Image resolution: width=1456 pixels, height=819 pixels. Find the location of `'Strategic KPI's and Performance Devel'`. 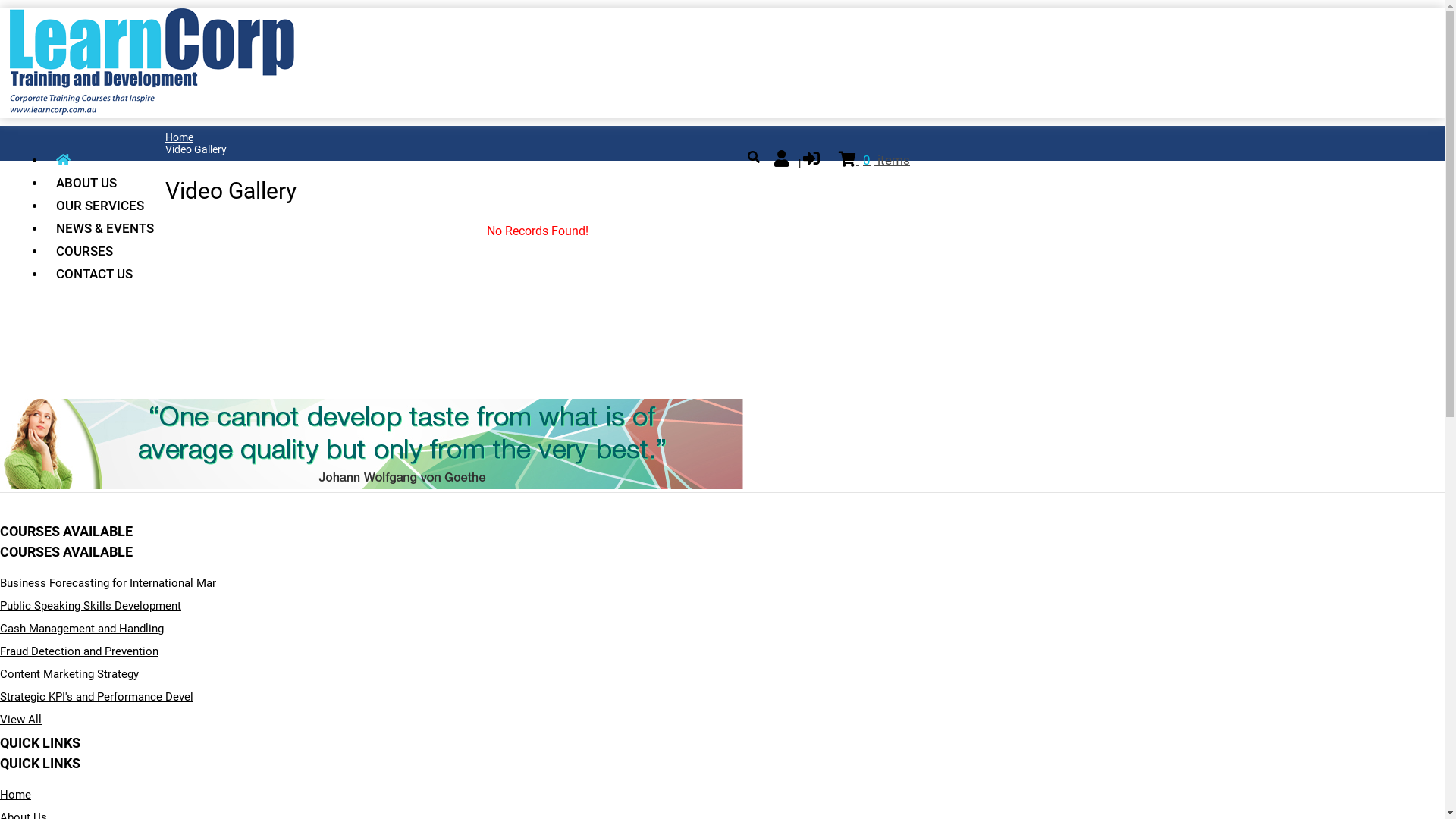

'Strategic KPI's and Performance Devel' is located at coordinates (0, 696).